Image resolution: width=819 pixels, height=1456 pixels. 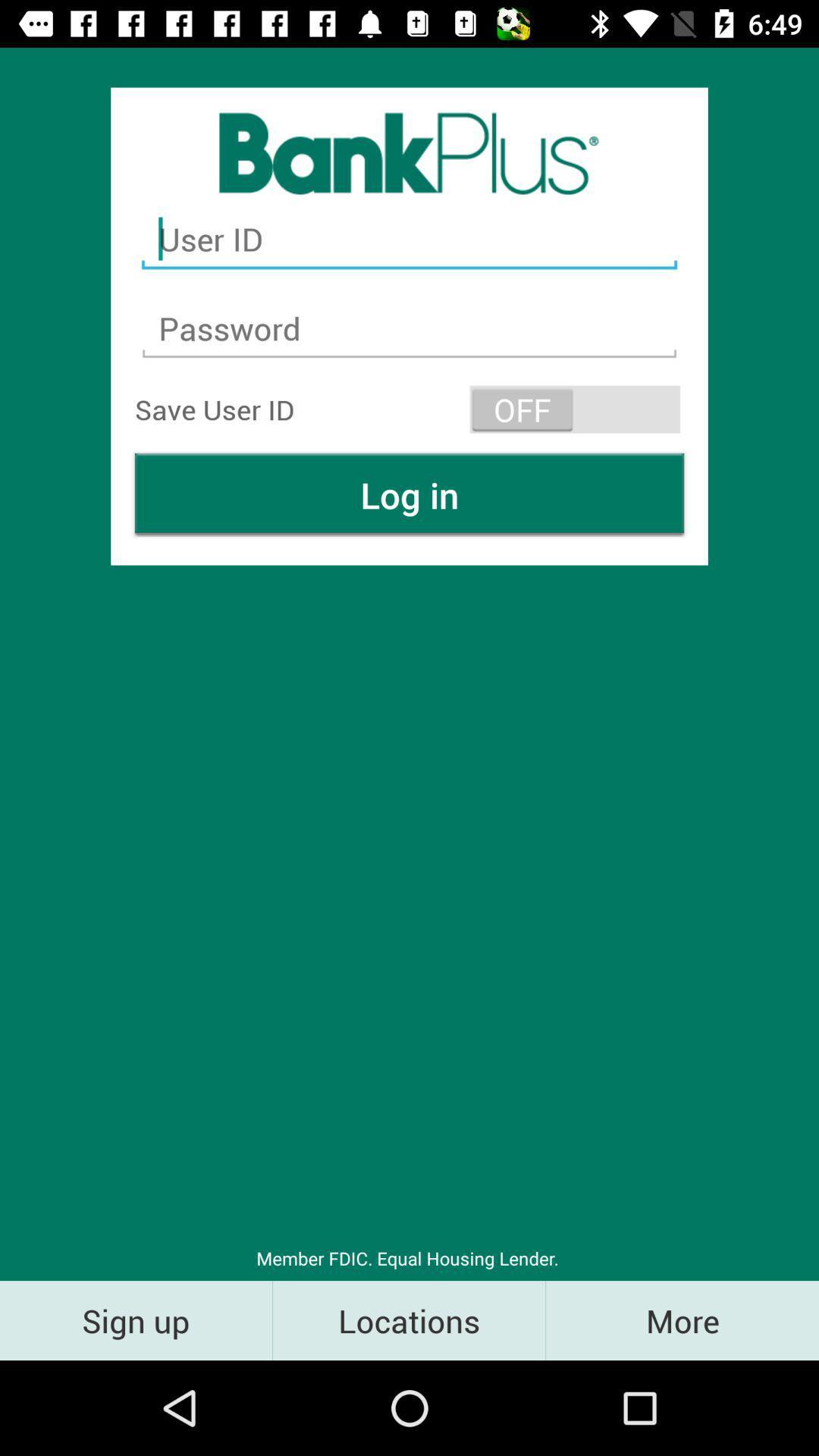 I want to click on the locations item, so click(x=408, y=1319).